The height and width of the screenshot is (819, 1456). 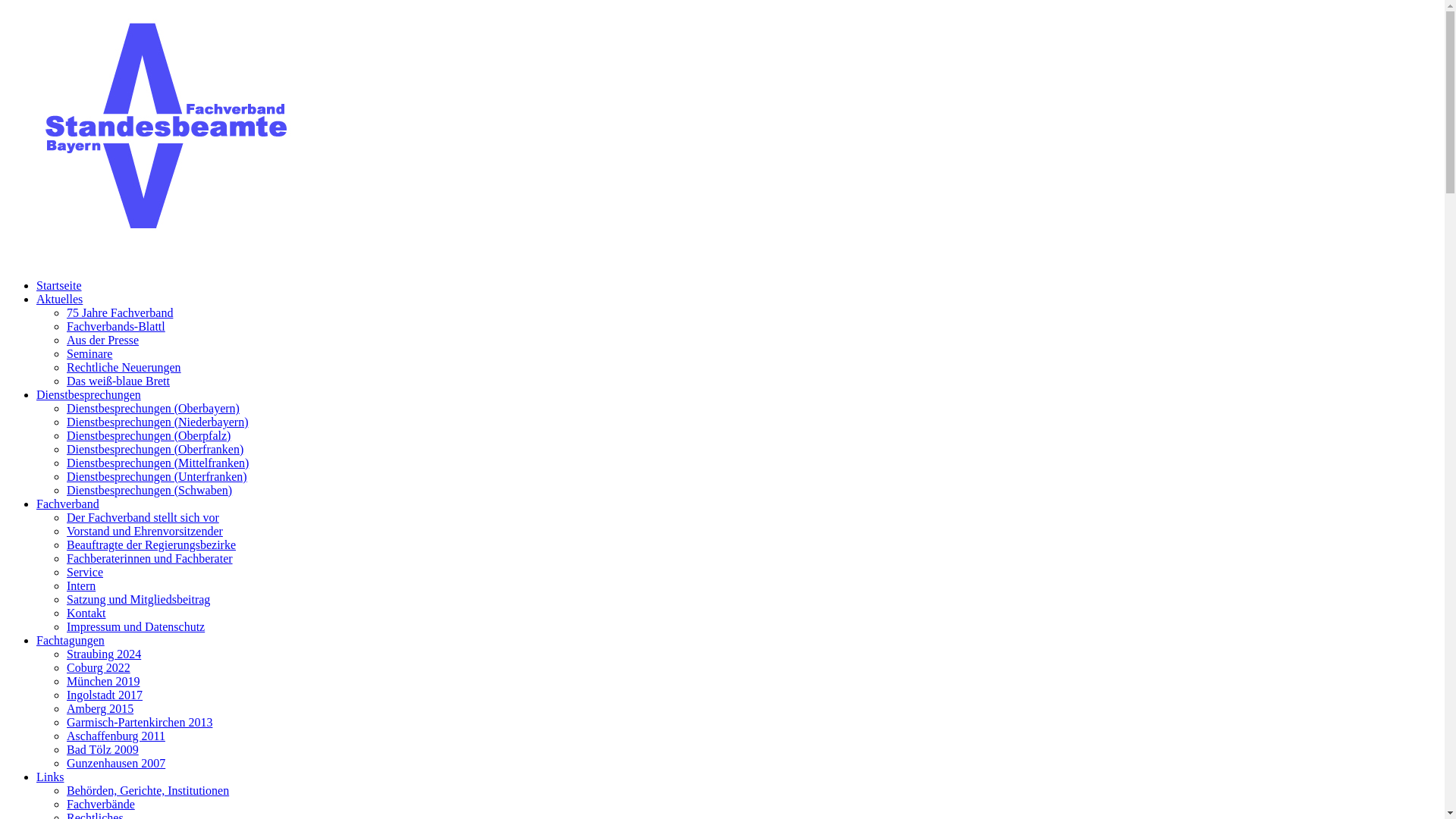 I want to click on 'Satzung und Mitgliedsbeitrag', so click(x=138, y=598).